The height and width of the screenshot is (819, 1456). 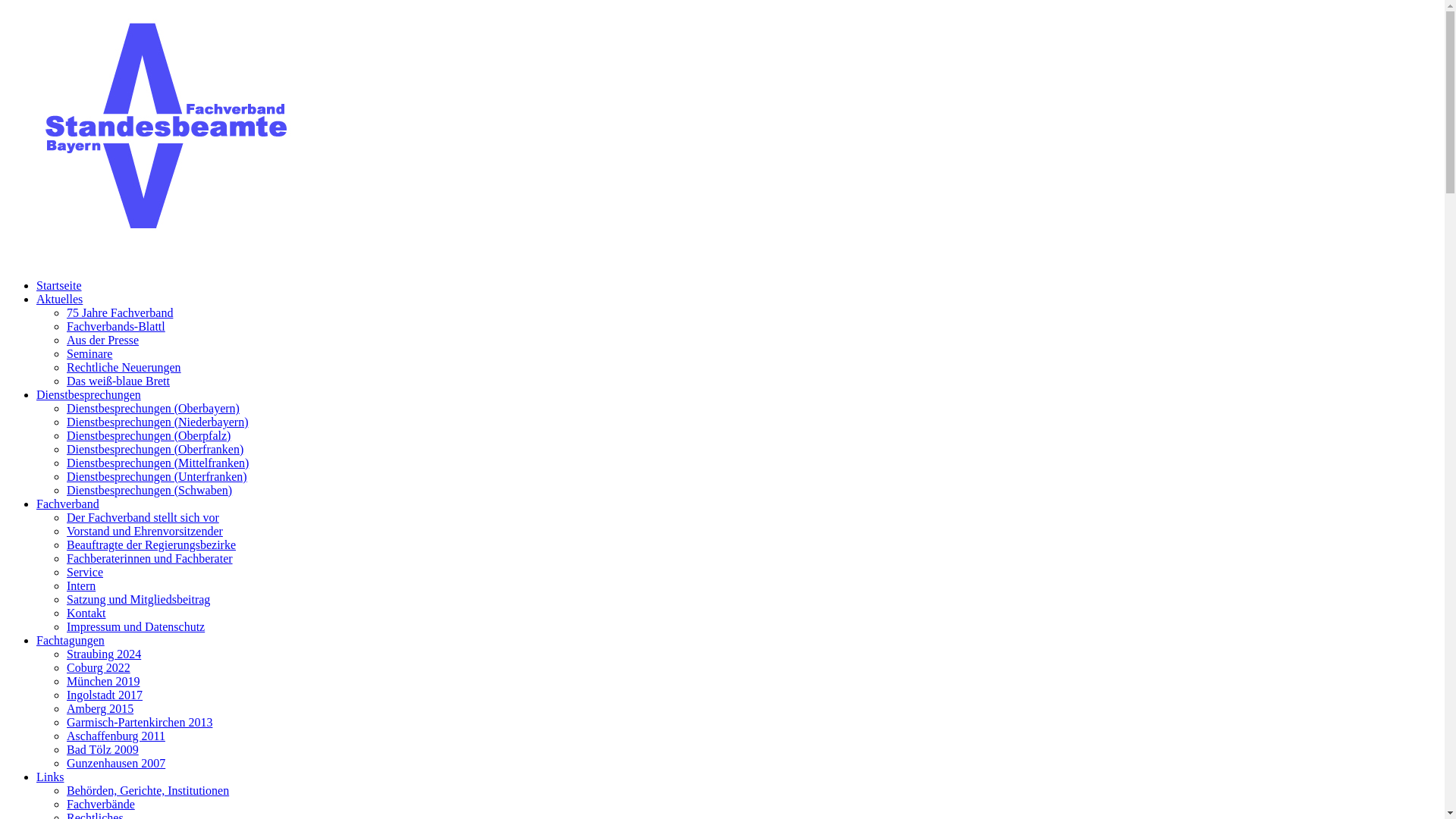 I want to click on 'Satzung und Mitgliedsbeitrag', so click(x=138, y=598).